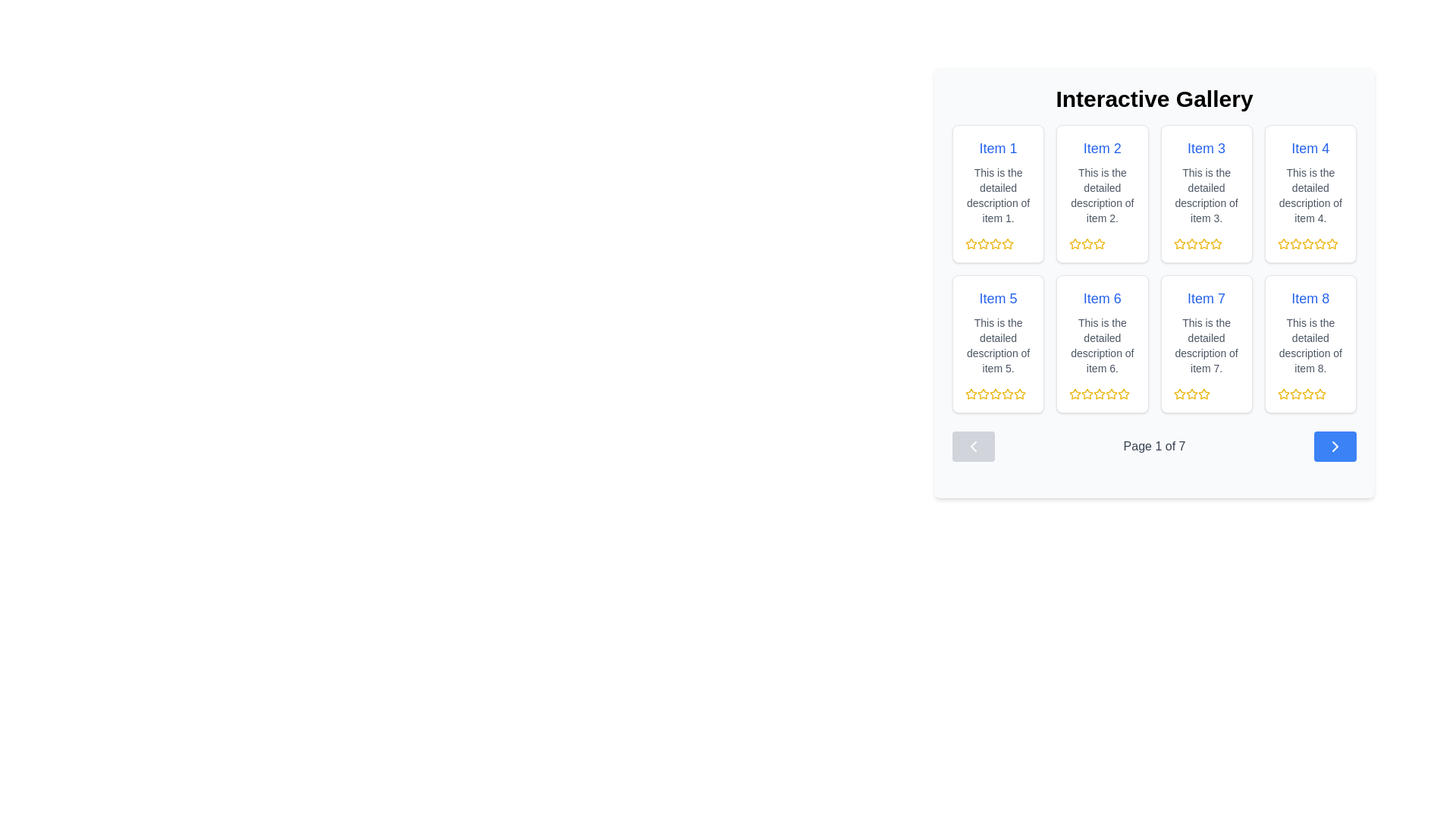 This screenshot has height=819, width=1456. I want to click on the yellow star icon in the Rating component of 'Item 5' to indicate a rating, so click(998, 394).